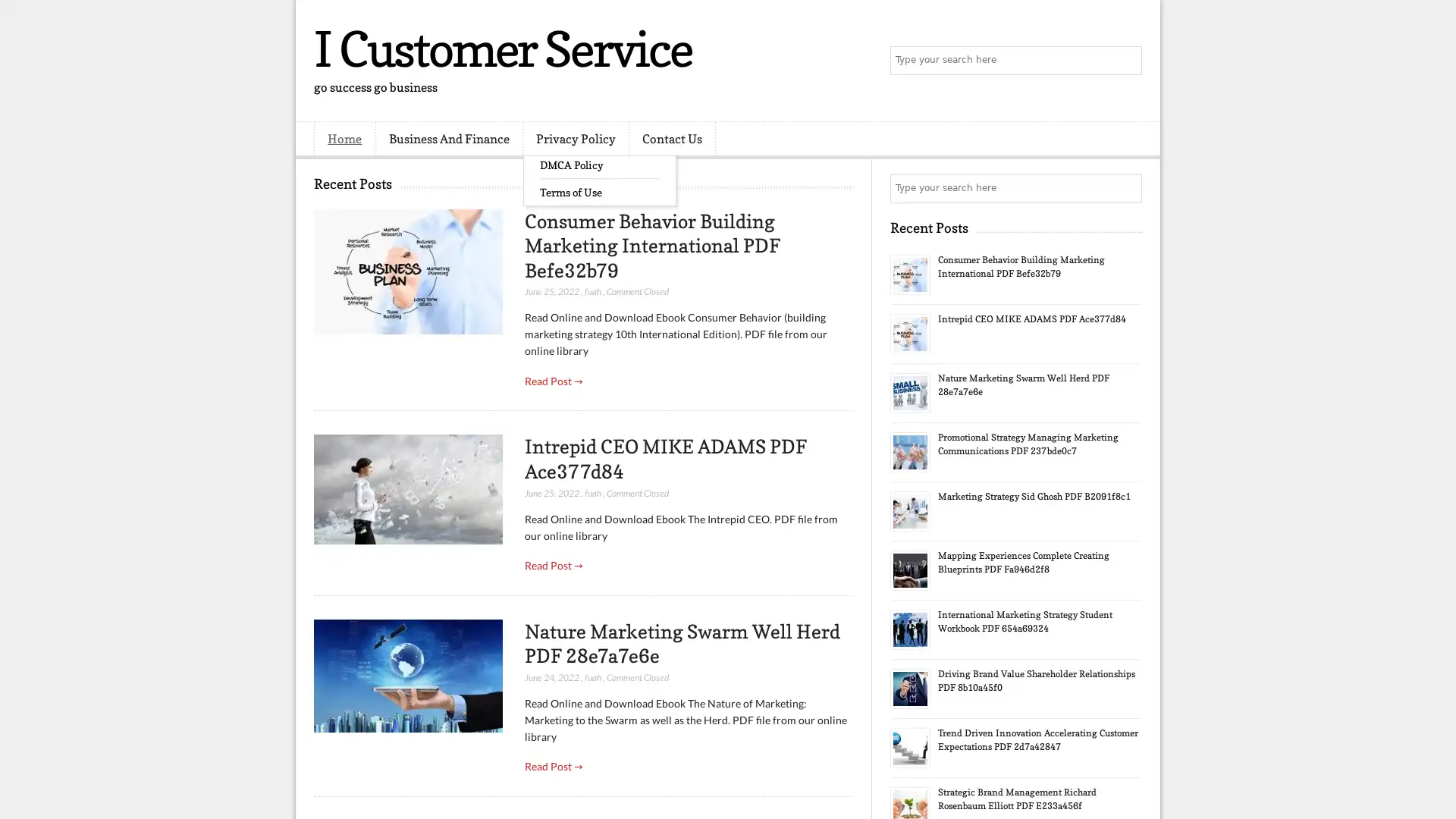 Image resolution: width=1456 pixels, height=819 pixels. I want to click on Search, so click(1126, 61).